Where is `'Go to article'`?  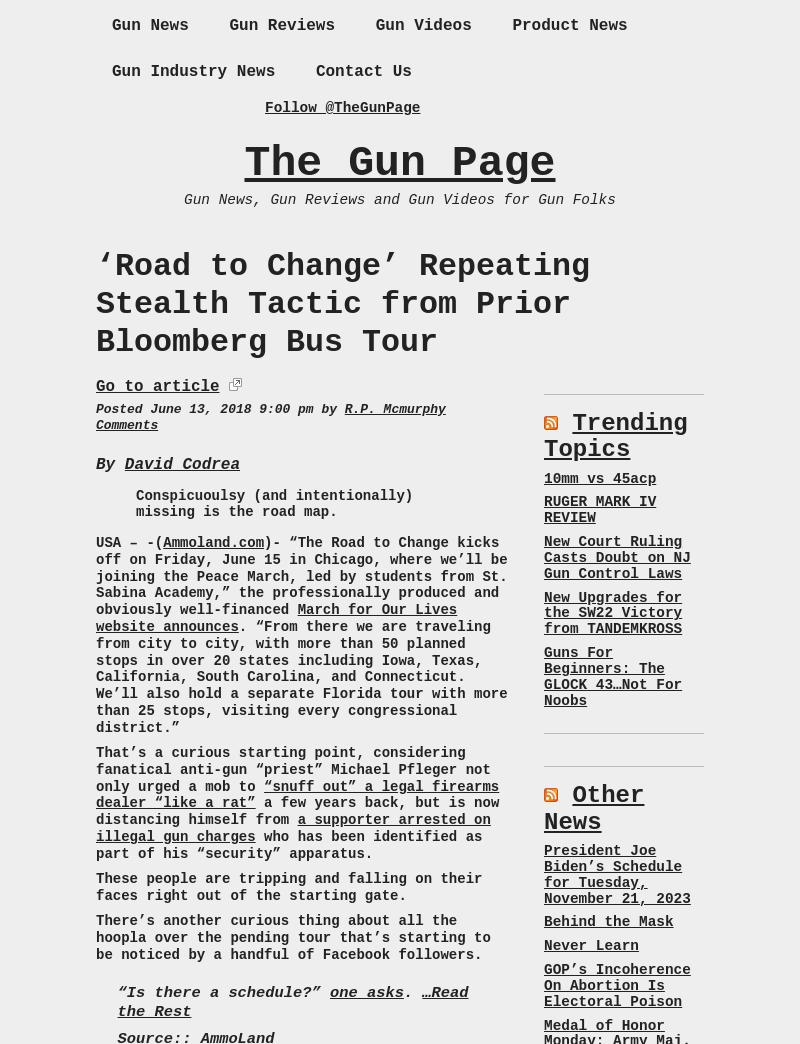
'Go to article' is located at coordinates (157, 385).